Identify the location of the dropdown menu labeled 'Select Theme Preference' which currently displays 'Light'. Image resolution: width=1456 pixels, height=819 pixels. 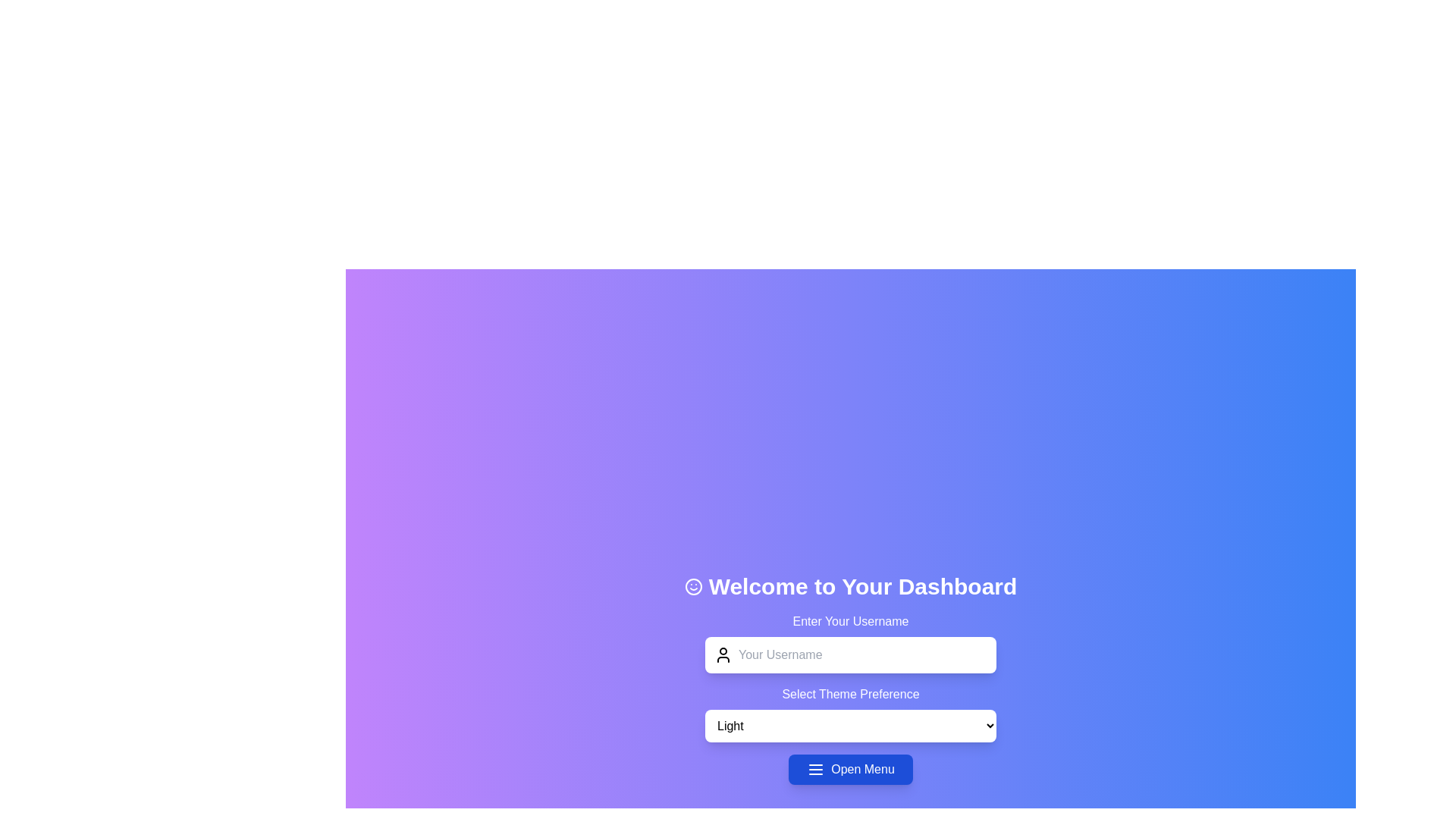
(851, 714).